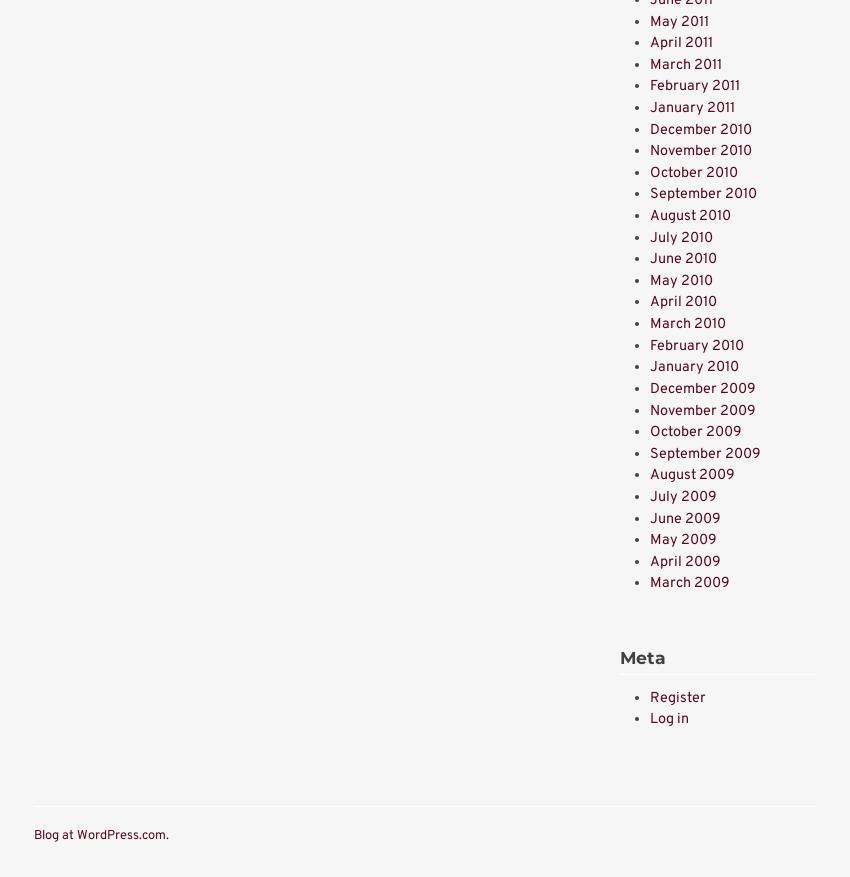 Image resolution: width=850 pixels, height=877 pixels. Describe the element at coordinates (686, 323) in the screenshot. I see `'March 2010'` at that location.